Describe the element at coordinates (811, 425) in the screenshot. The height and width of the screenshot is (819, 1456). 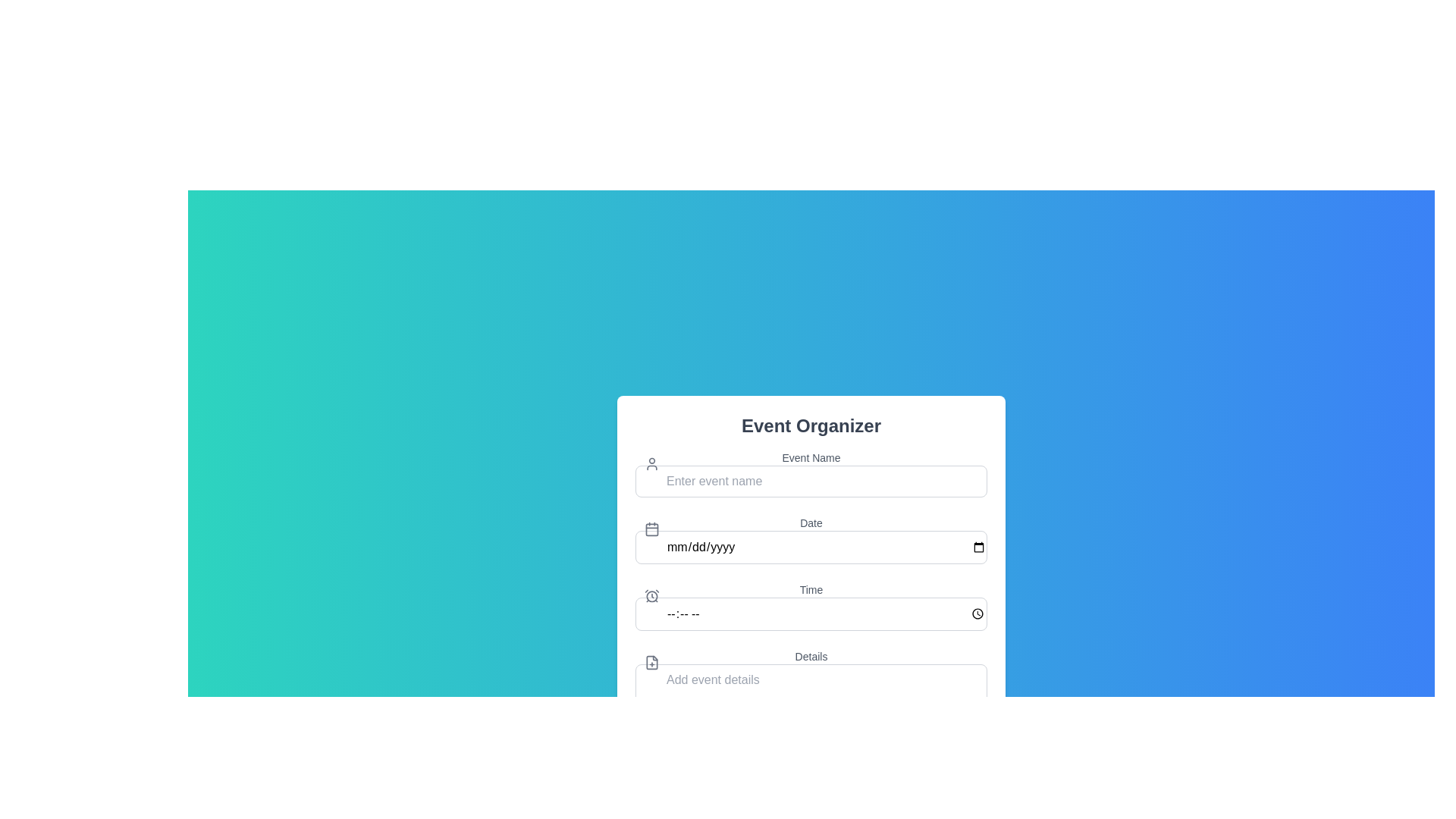
I see `the 'Event Organizer' text label, which is a bold header styled in a large font and prominently displayed at the top of the card-style interface` at that location.